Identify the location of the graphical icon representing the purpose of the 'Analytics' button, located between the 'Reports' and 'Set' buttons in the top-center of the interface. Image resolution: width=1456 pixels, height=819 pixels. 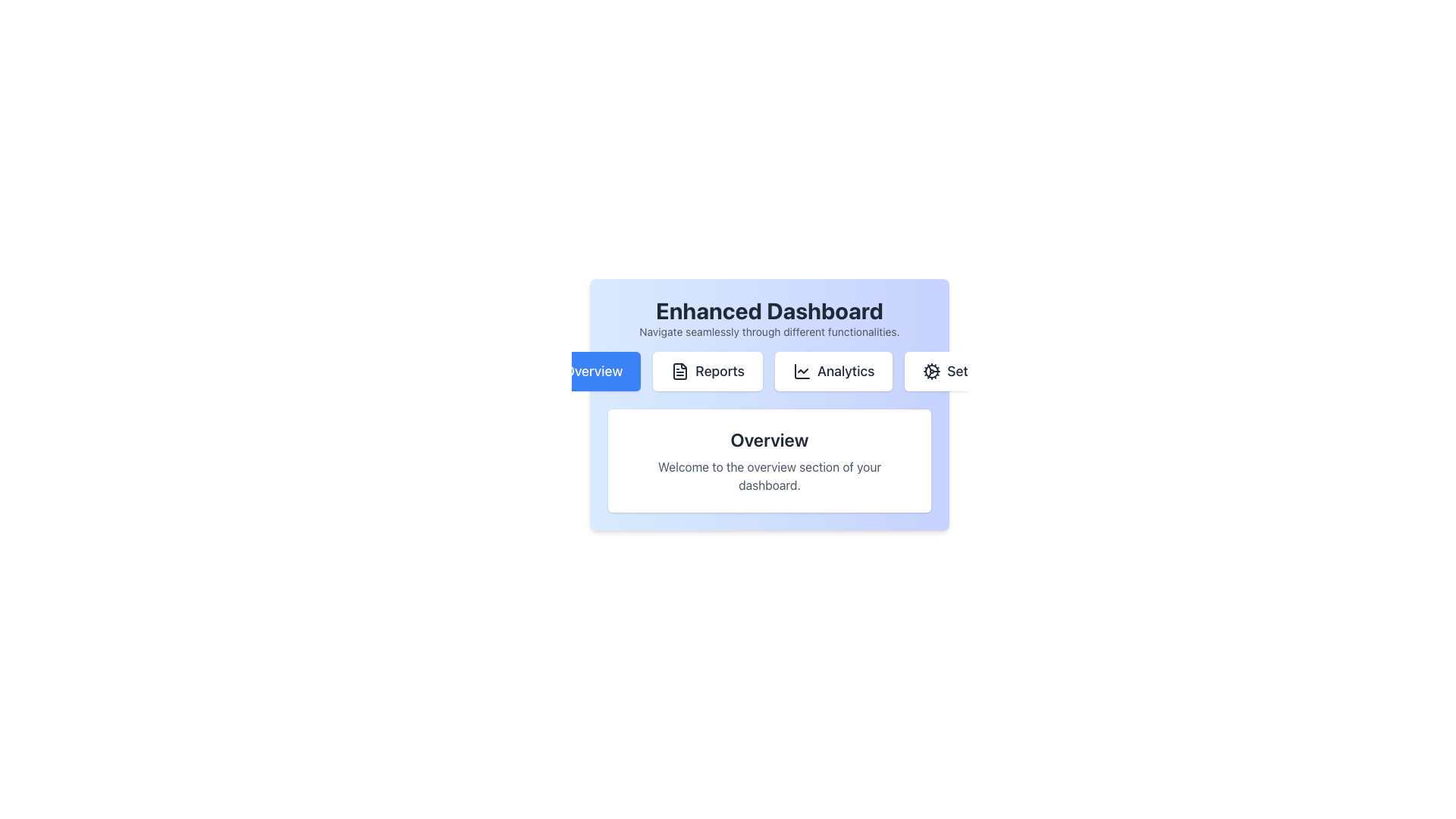
(801, 371).